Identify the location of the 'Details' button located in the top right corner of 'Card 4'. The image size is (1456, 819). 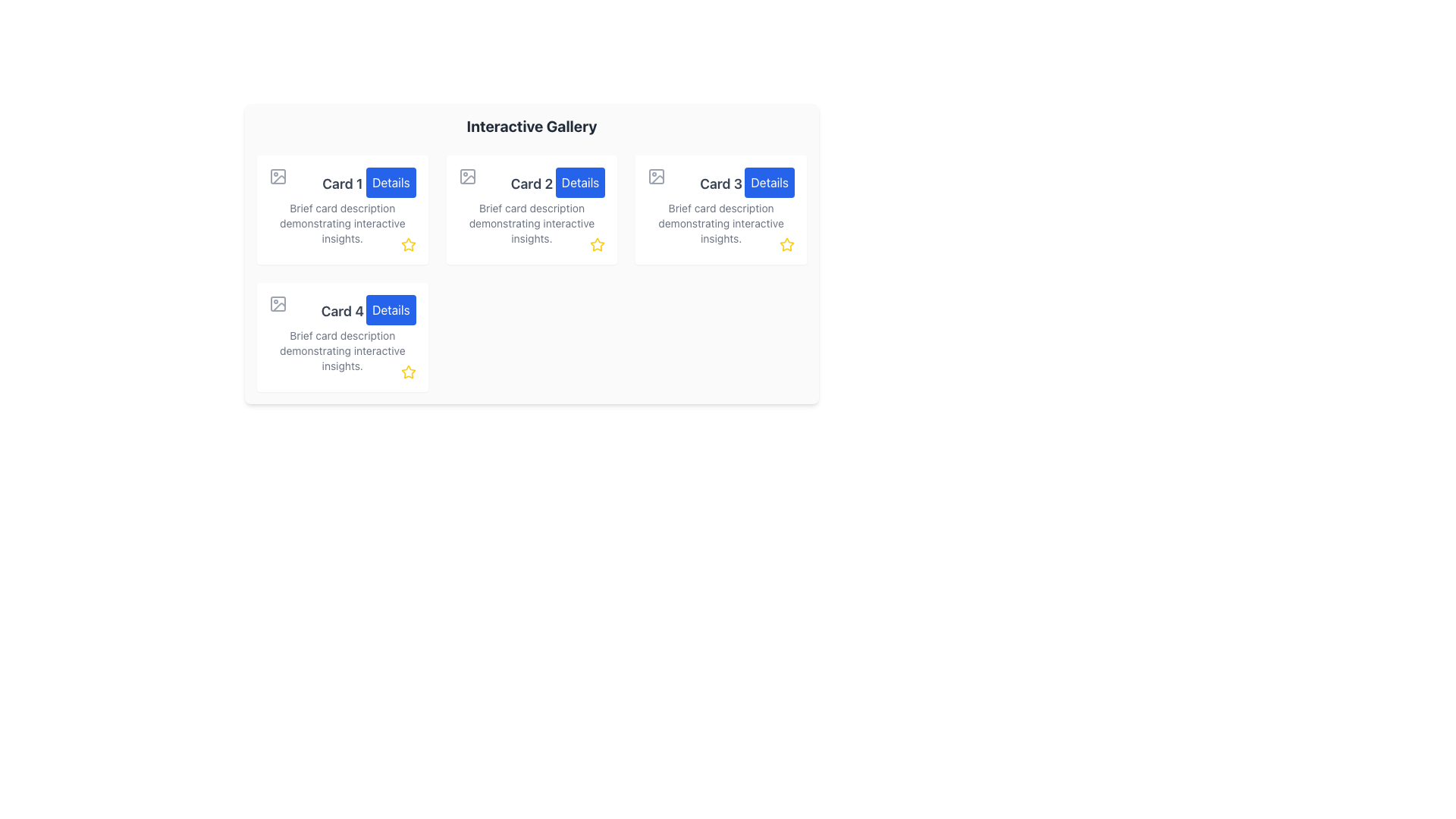
(391, 309).